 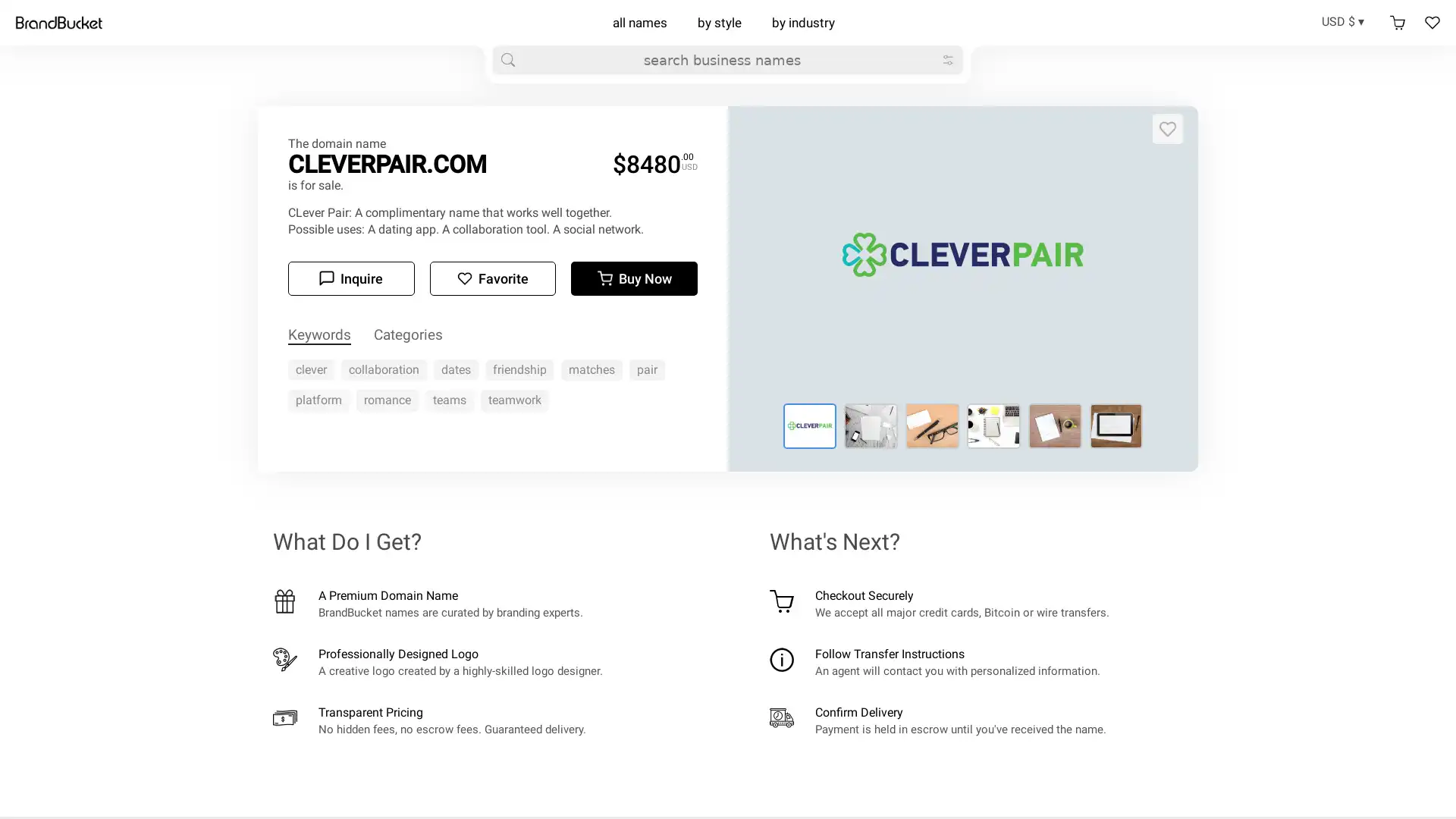 What do you see at coordinates (1397, 23) in the screenshot?
I see `Shopping cart Shopping cart` at bounding box center [1397, 23].